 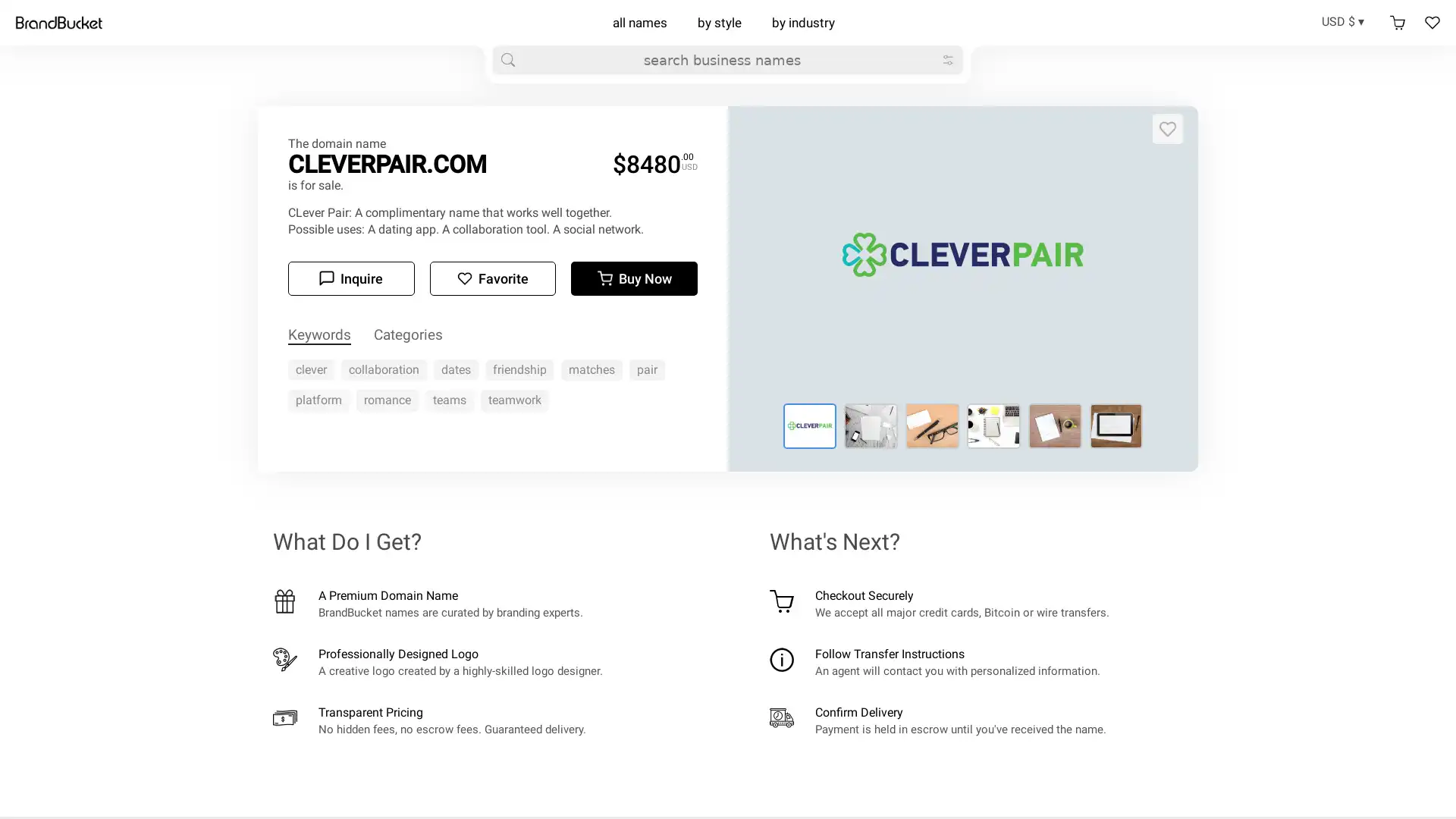 What do you see at coordinates (1397, 23) in the screenshot?
I see `Shopping cart Shopping cart` at bounding box center [1397, 23].